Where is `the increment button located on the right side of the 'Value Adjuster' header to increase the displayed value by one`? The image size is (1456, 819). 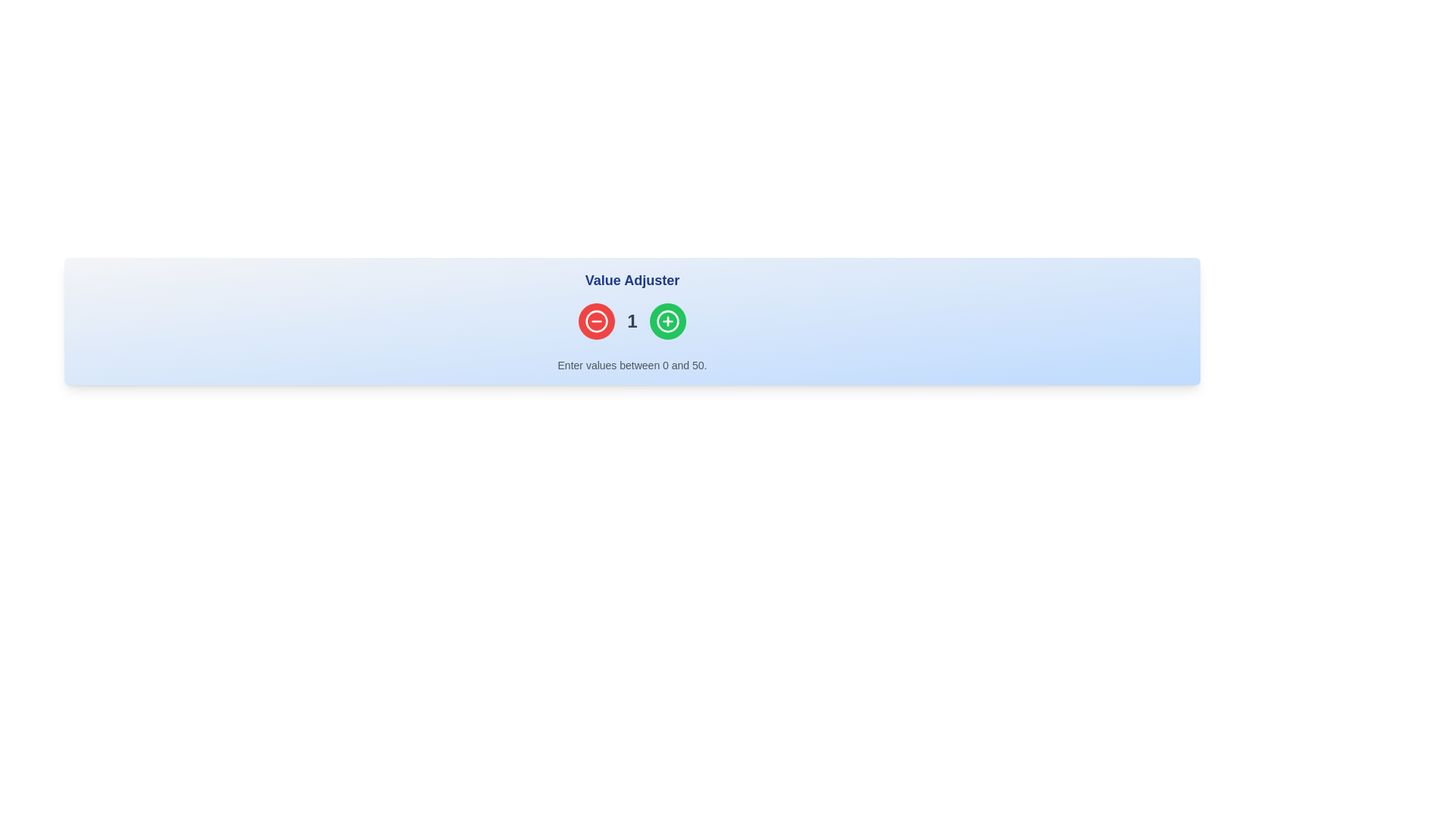 the increment button located on the right side of the 'Value Adjuster' header to increase the displayed value by one is located at coordinates (667, 321).